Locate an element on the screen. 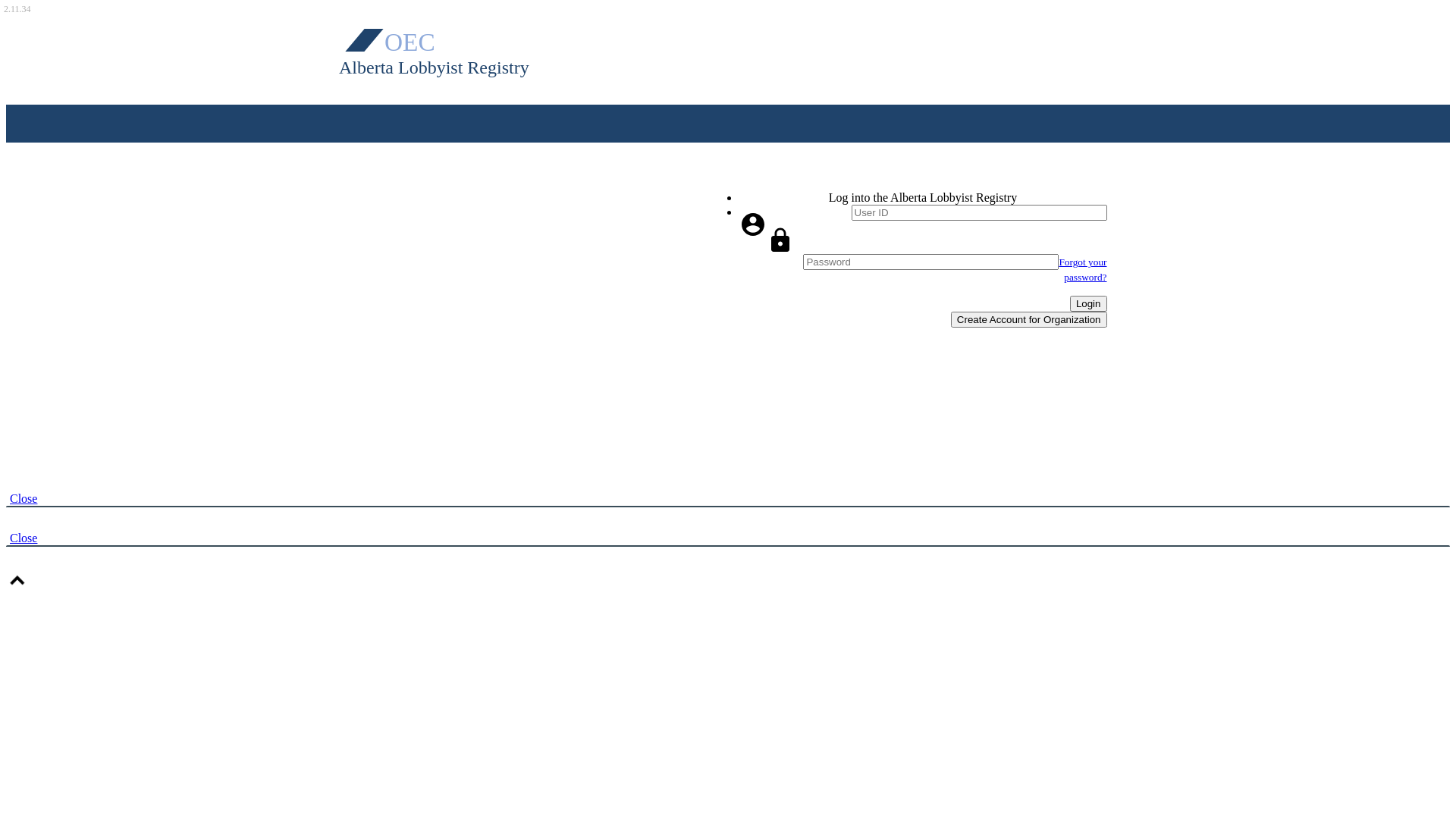 This screenshot has height=819, width=1456. 'Enter your User ID.' is located at coordinates (978, 212).